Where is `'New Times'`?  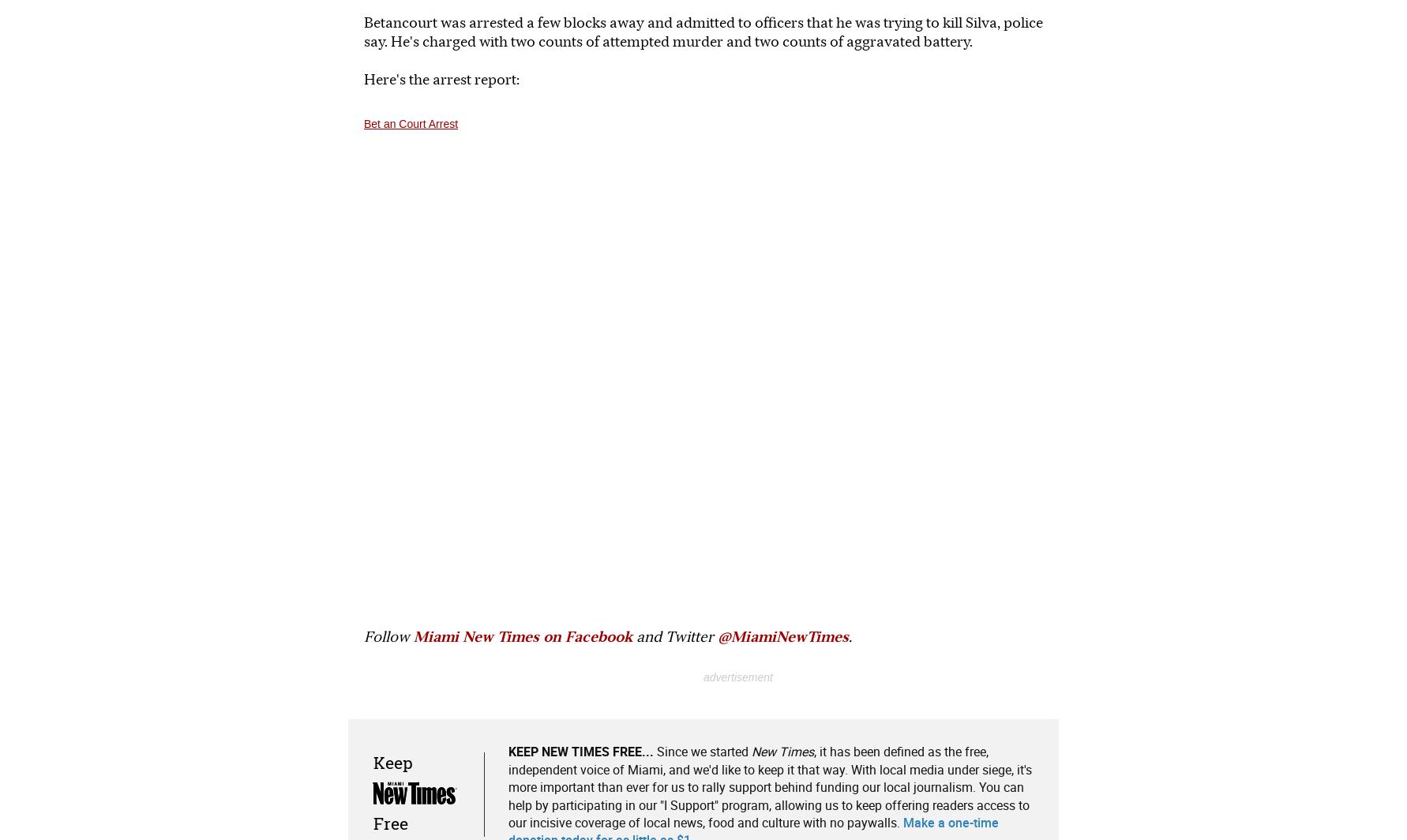
'New Times' is located at coordinates (751, 751).